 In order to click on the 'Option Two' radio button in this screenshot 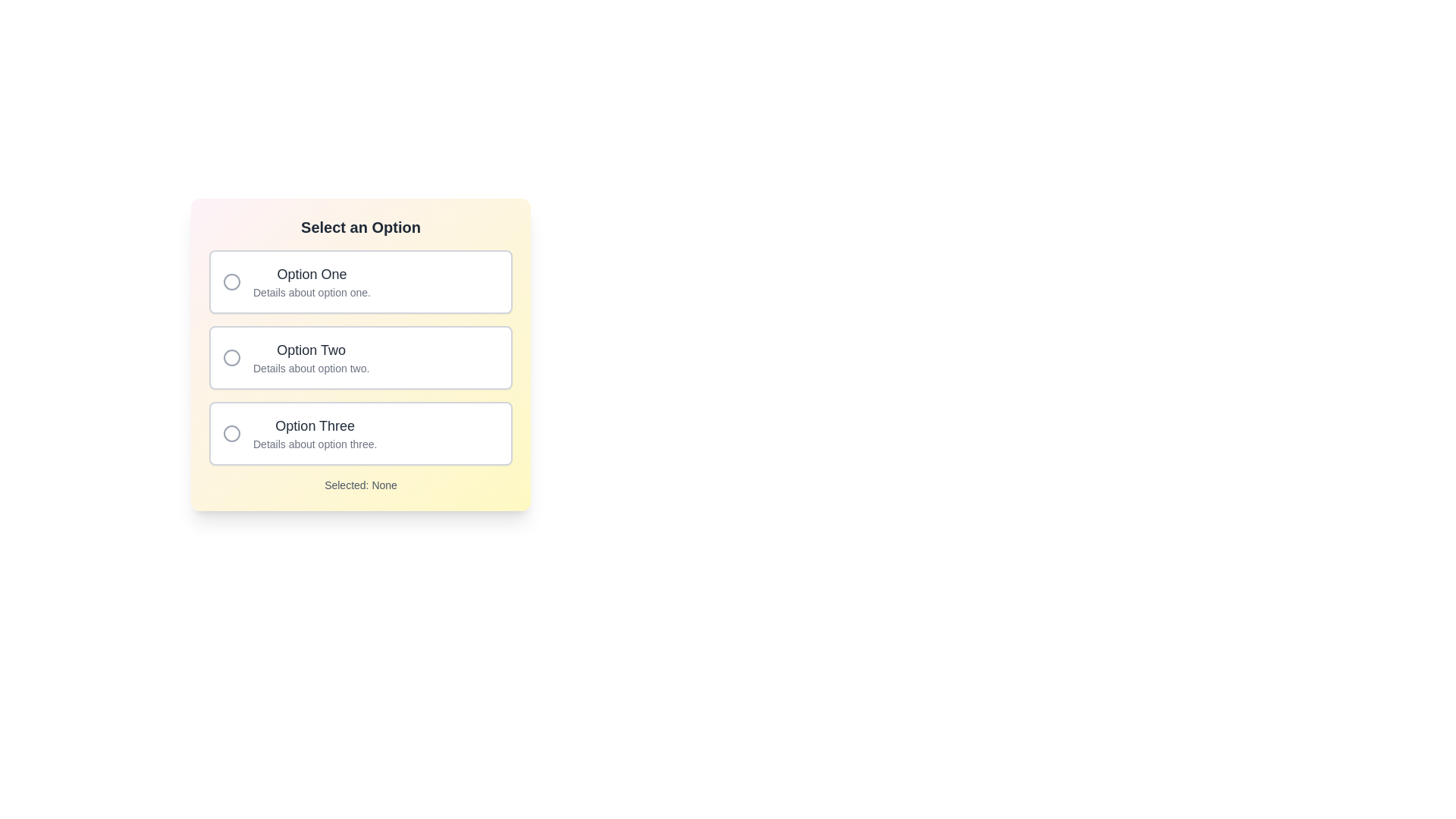, I will do `click(231, 357)`.